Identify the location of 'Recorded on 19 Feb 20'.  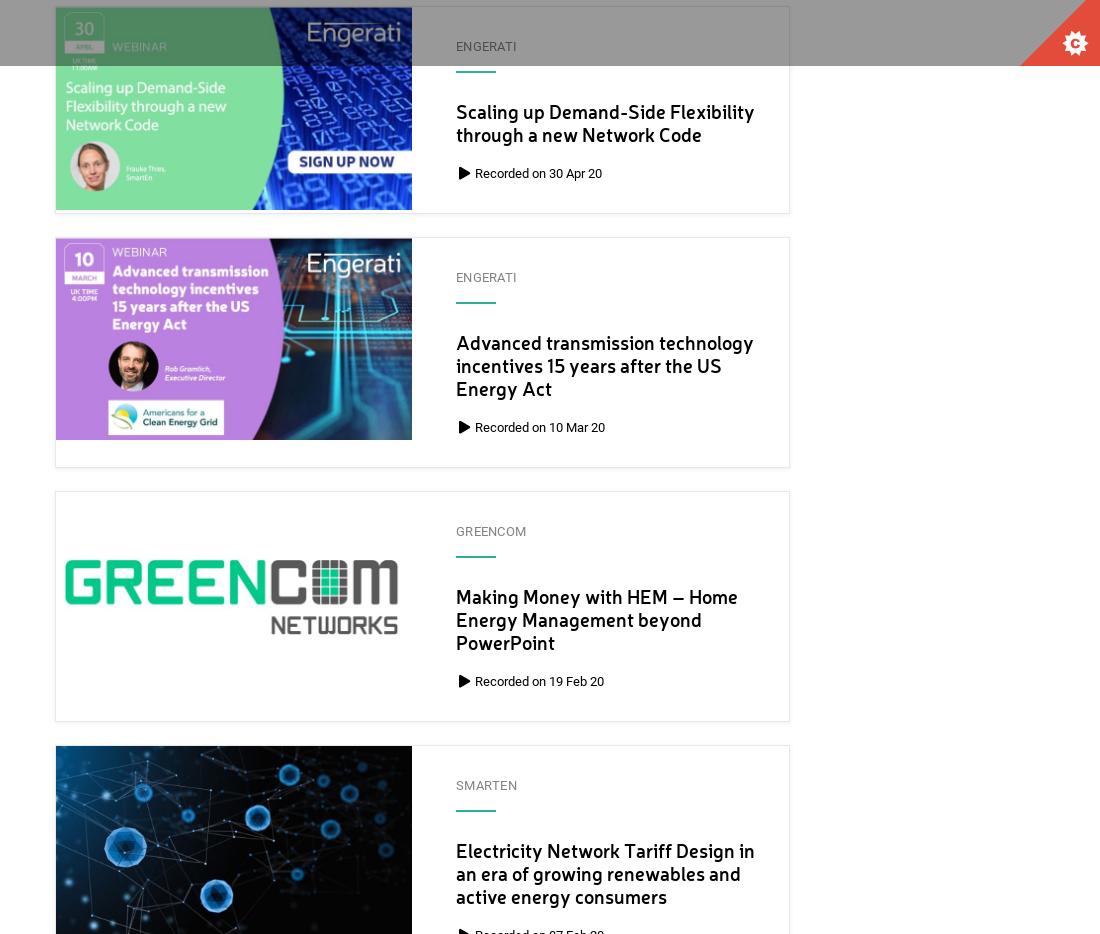
(471, 680).